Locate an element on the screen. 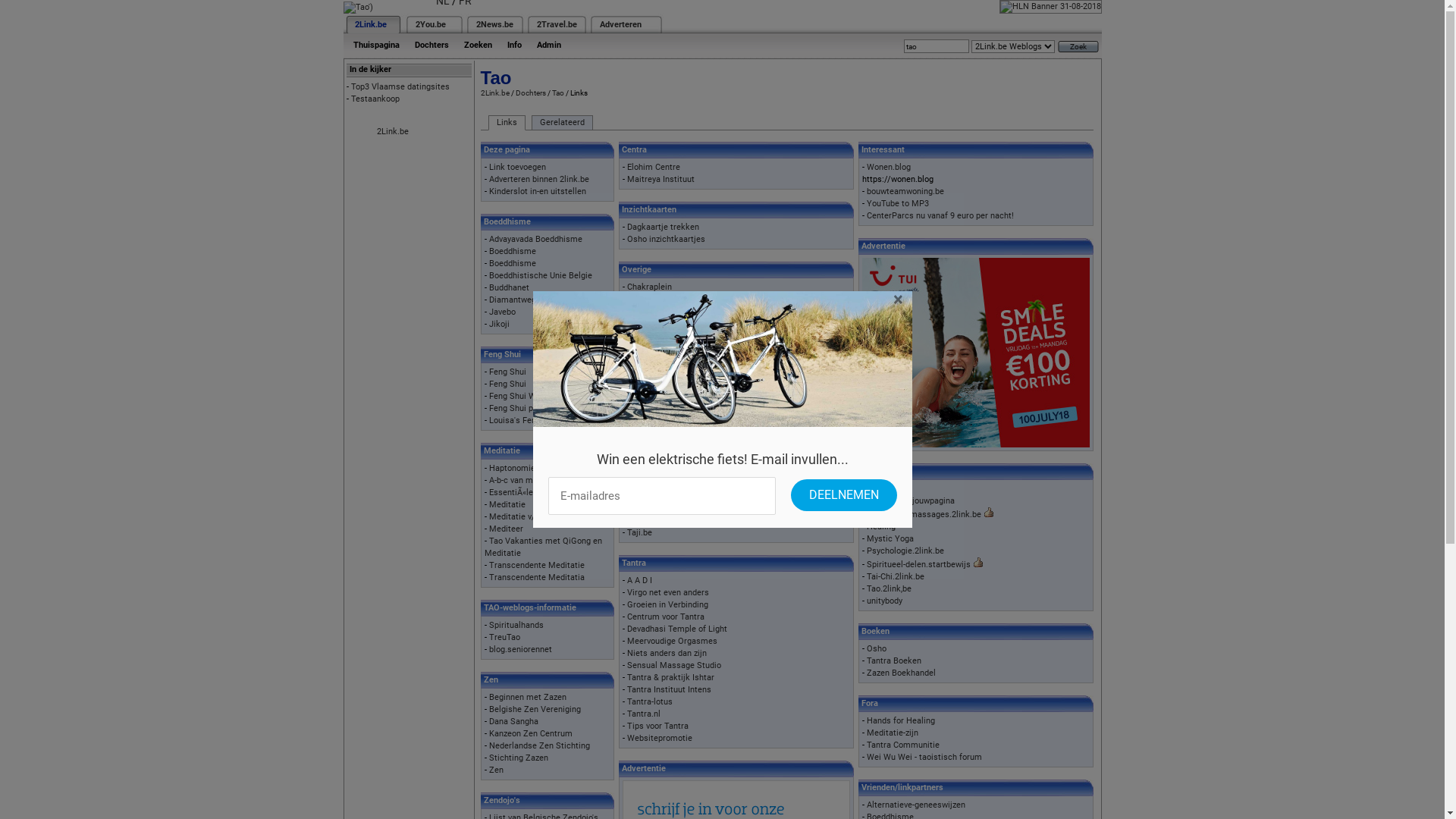 This screenshot has width=1456, height=819. 'Tantra-lotus' is located at coordinates (626, 701).